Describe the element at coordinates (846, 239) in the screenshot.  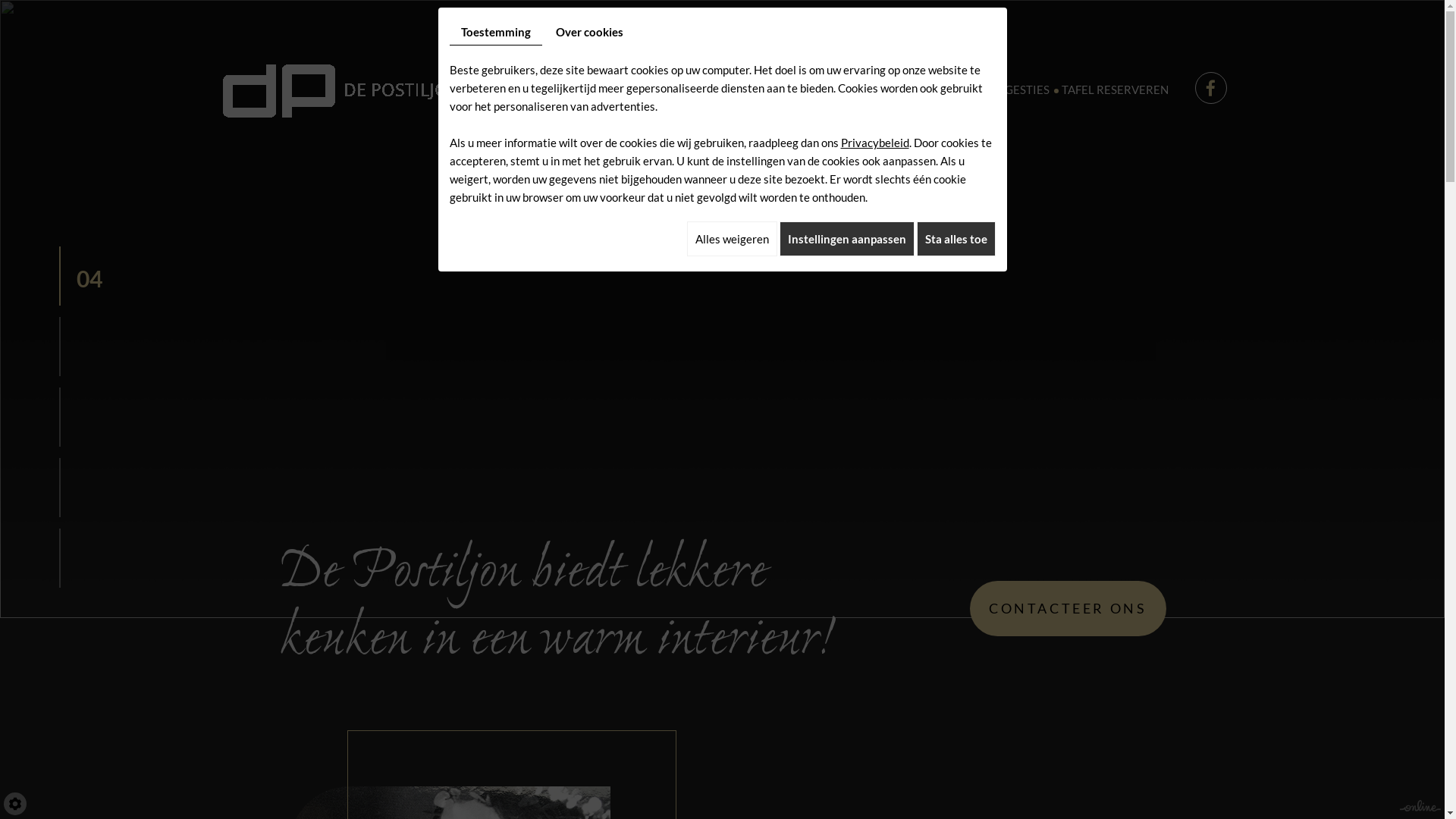
I see `'Instellingen aanpassen'` at that location.